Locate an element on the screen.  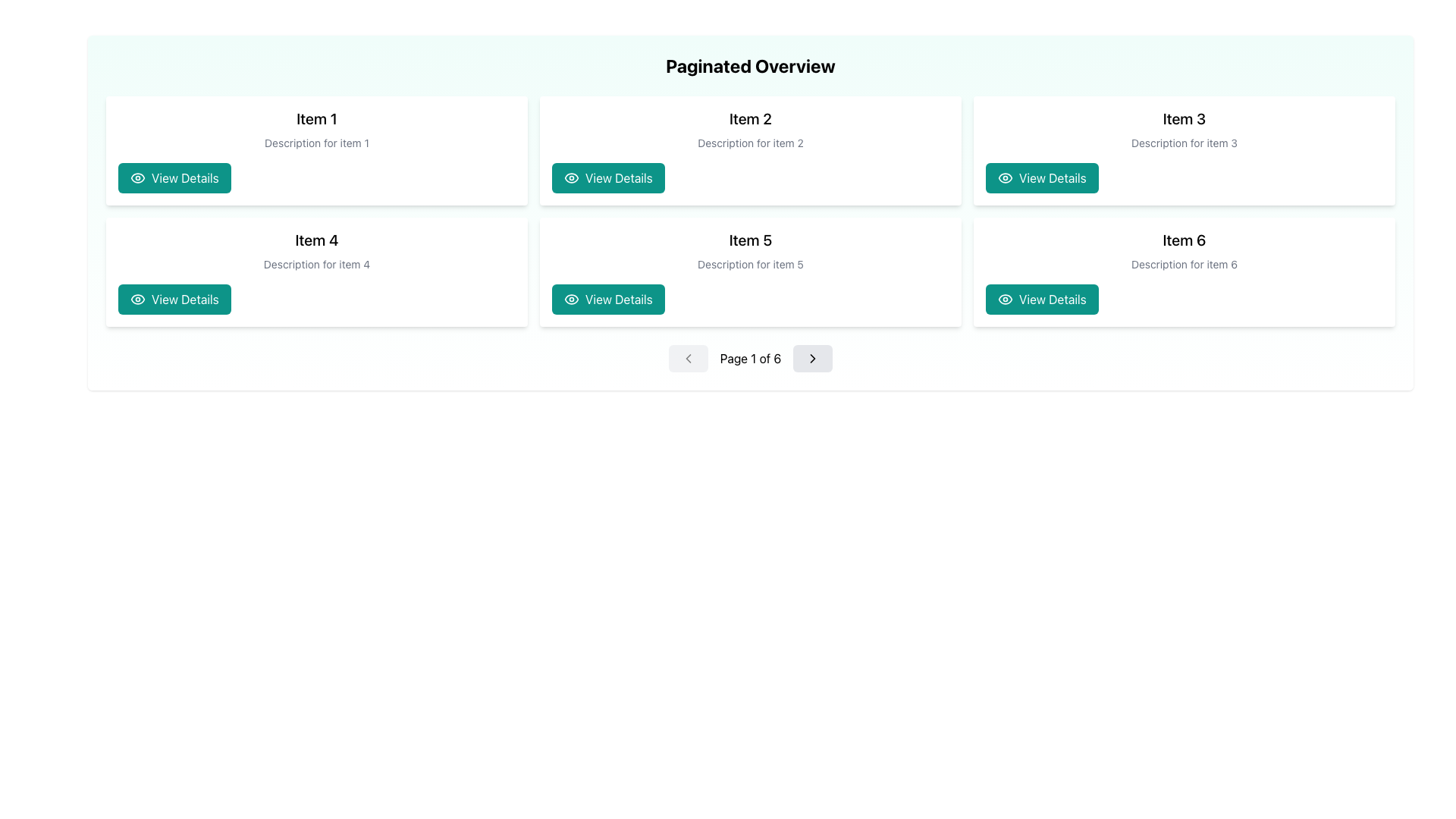
the 'View Details' button is located at coordinates (608, 299).